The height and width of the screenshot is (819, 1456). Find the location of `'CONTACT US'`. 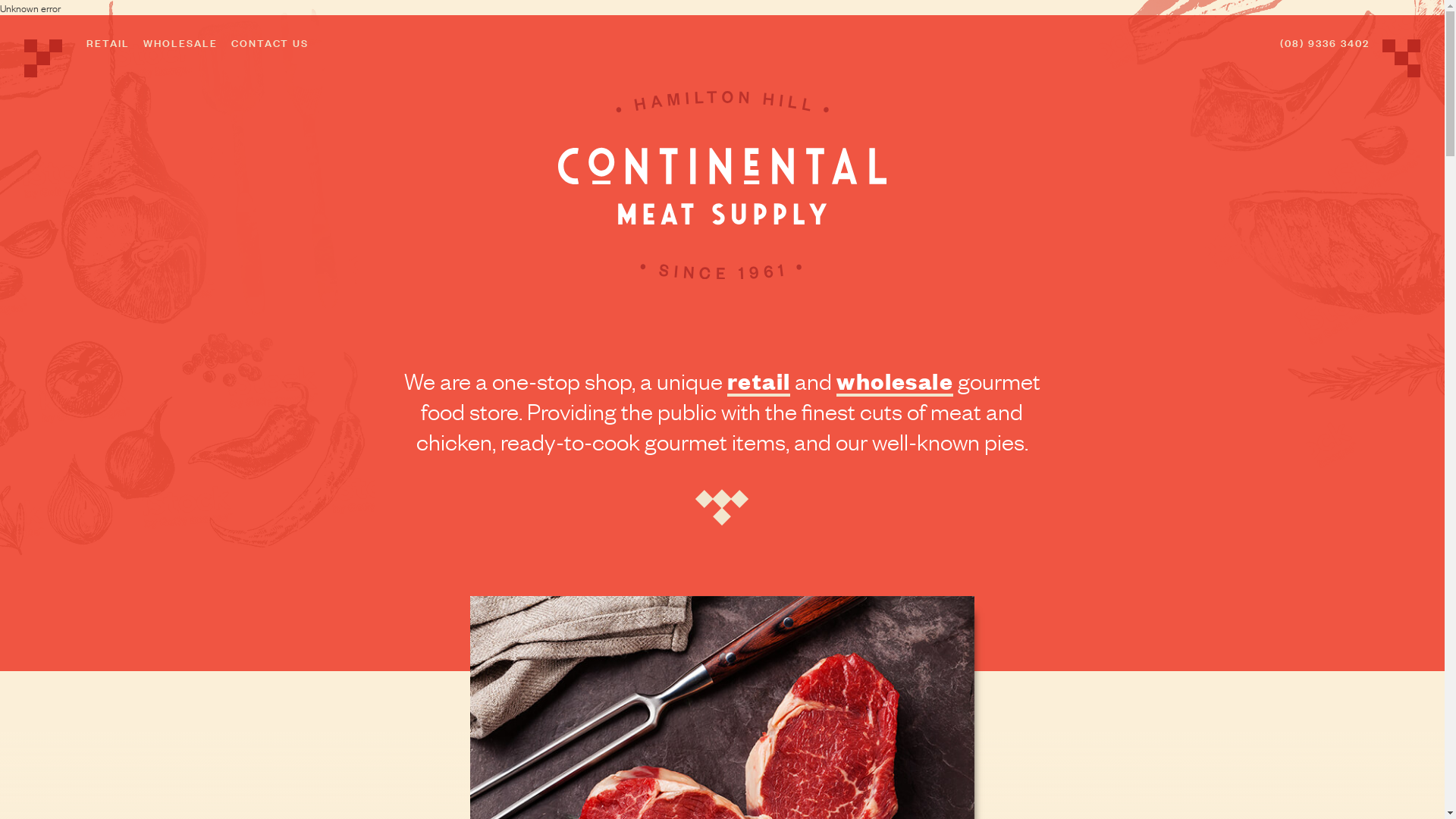

'CONTACT US' is located at coordinates (269, 41).